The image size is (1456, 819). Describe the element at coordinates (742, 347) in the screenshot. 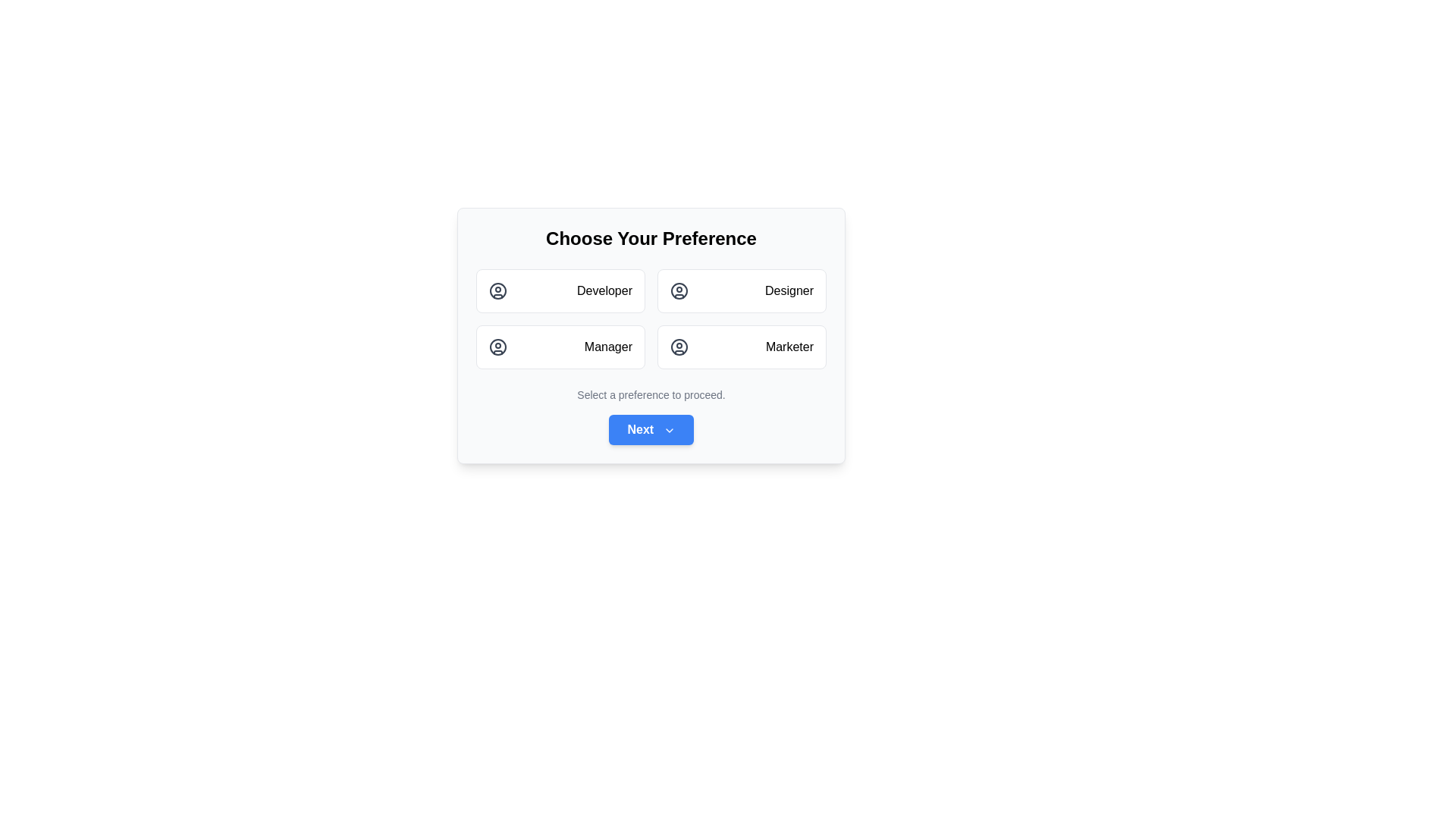

I see `the rectangular button with rounded corners labeled 'Marketer'` at that location.